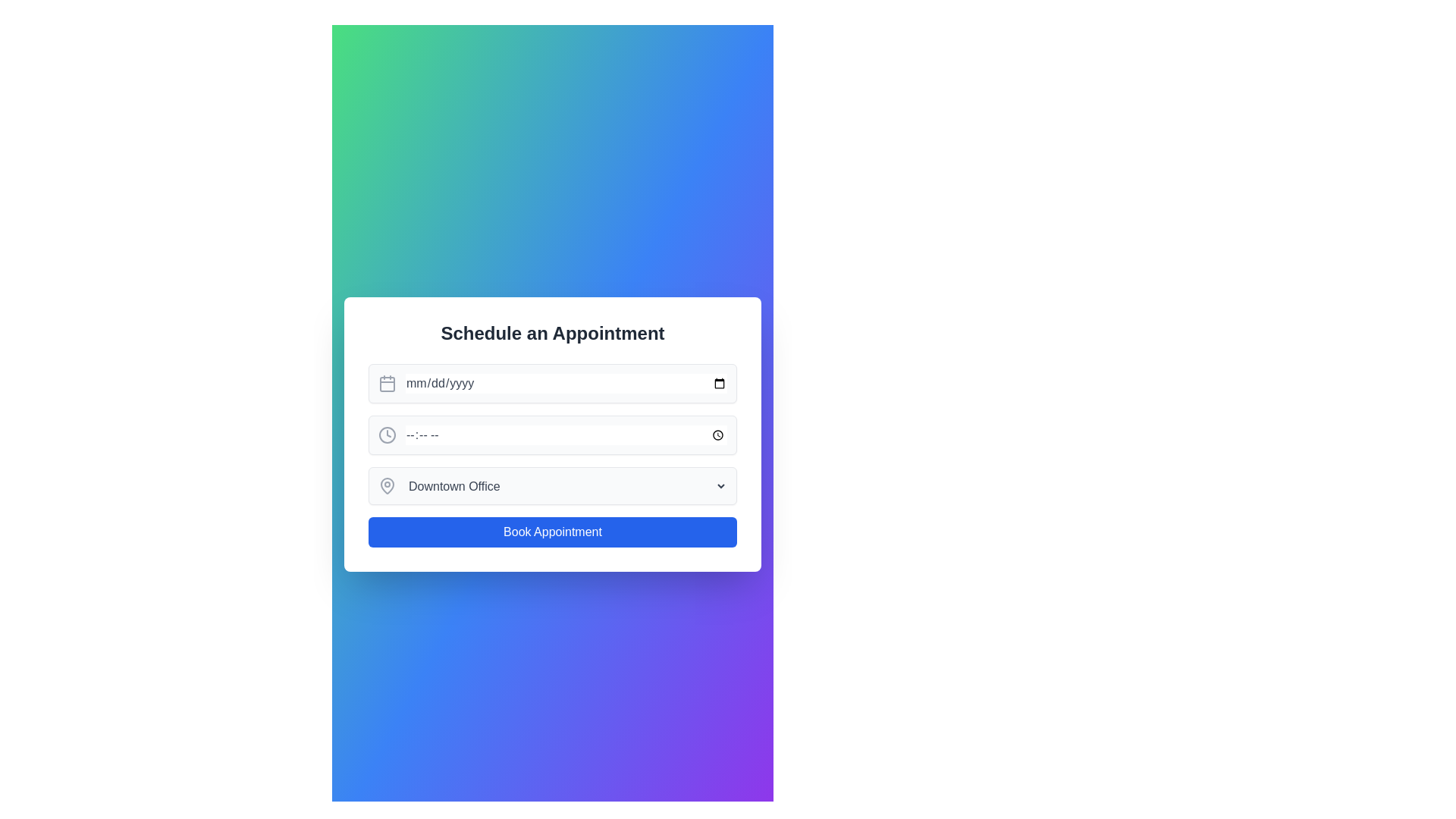 The height and width of the screenshot is (819, 1456). What do you see at coordinates (552, 332) in the screenshot?
I see `the title text positioned at the top of the white card, which provides context about the form's purpose` at bounding box center [552, 332].